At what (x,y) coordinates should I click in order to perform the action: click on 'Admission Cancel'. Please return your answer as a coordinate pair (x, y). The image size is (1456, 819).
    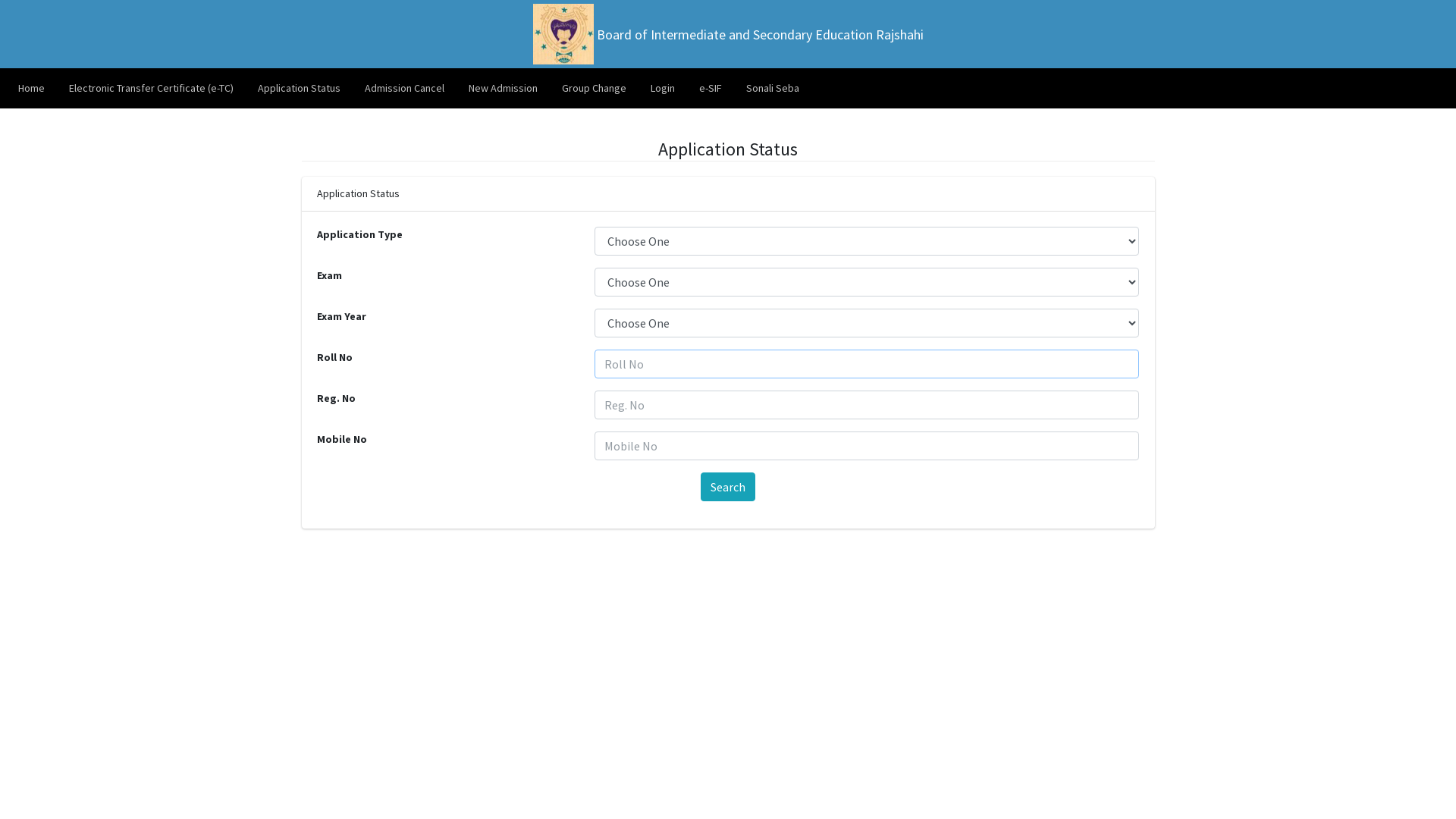
    Looking at the image, I should click on (404, 88).